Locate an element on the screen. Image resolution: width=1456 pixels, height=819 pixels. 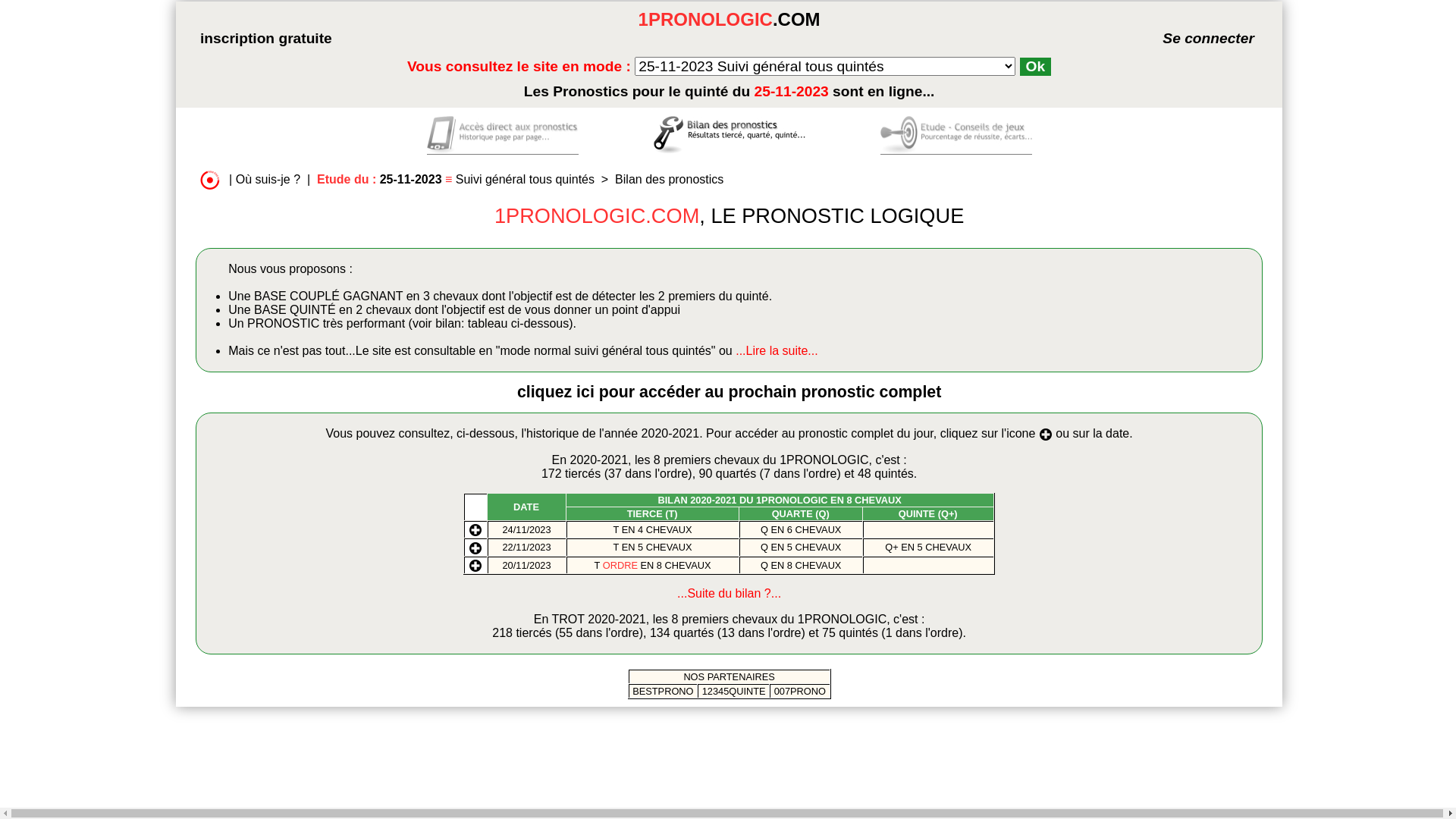
' BESTPRONO ' is located at coordinates (663, 691).